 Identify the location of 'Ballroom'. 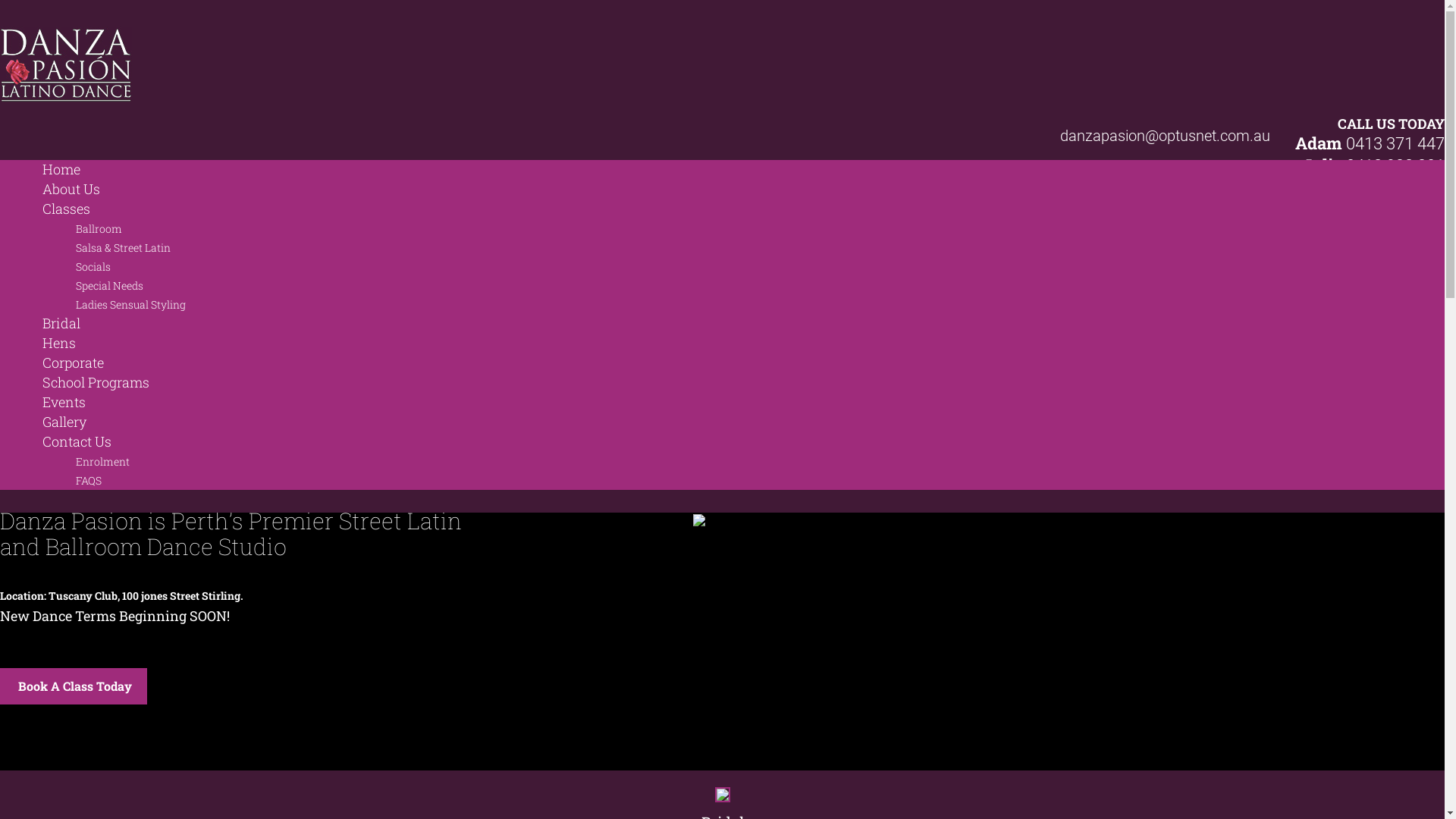
(61, 228).